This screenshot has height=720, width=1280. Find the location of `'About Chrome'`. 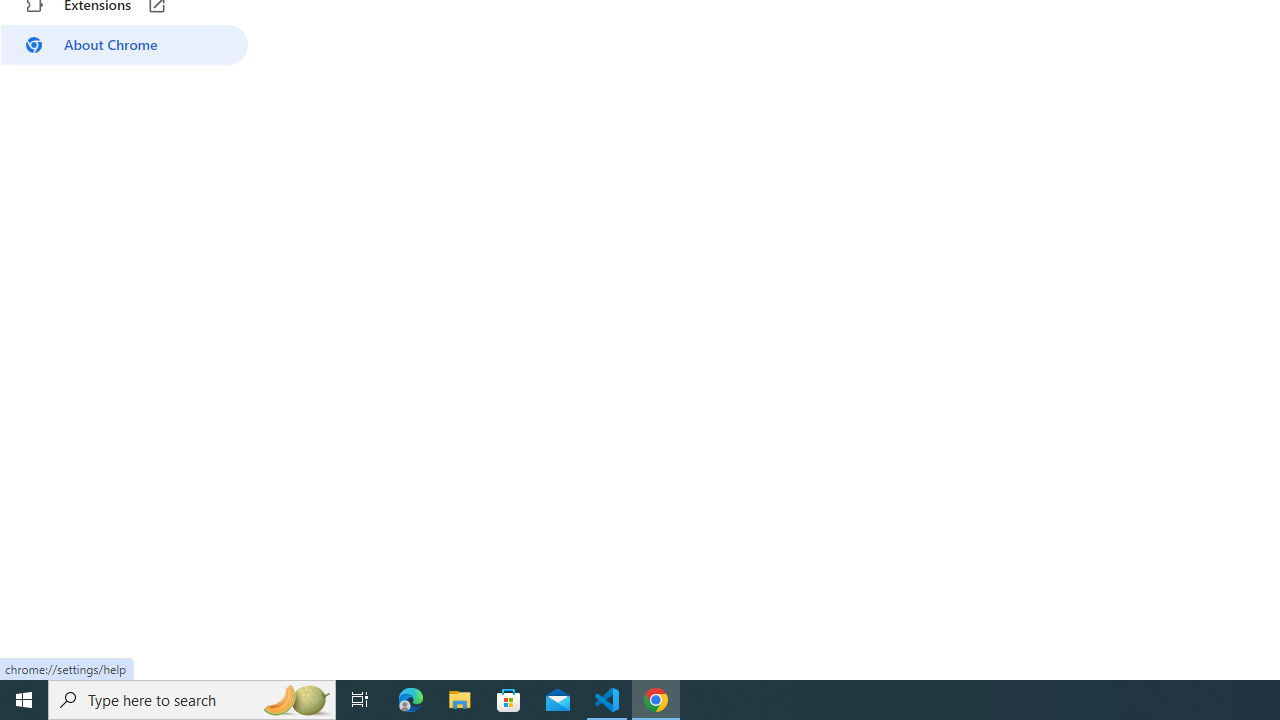

'About Chrome' is located at coordinates (123, 45).